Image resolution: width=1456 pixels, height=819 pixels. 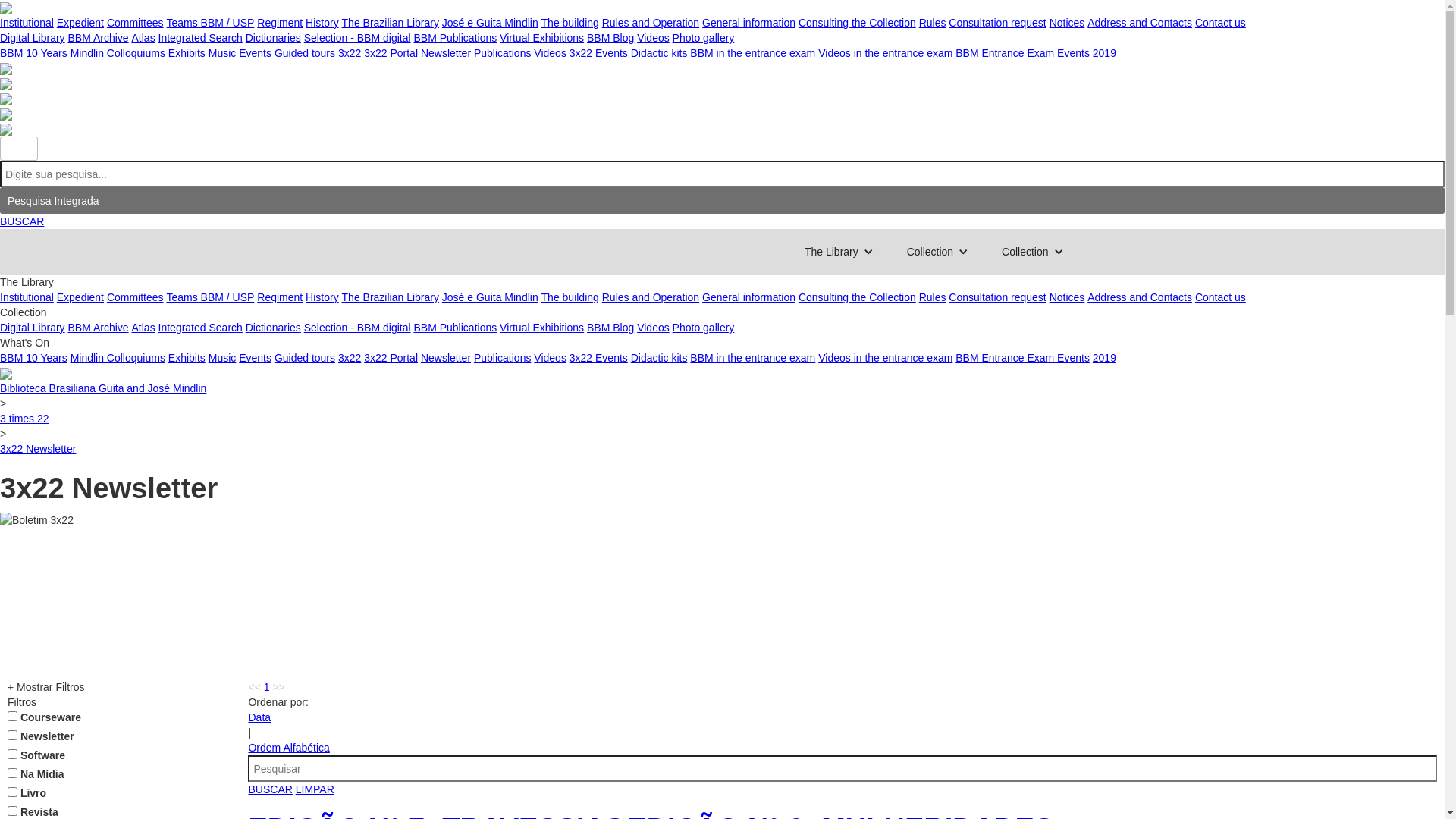 I want to click on '3x22 Portal', so click(x=391, y=52).